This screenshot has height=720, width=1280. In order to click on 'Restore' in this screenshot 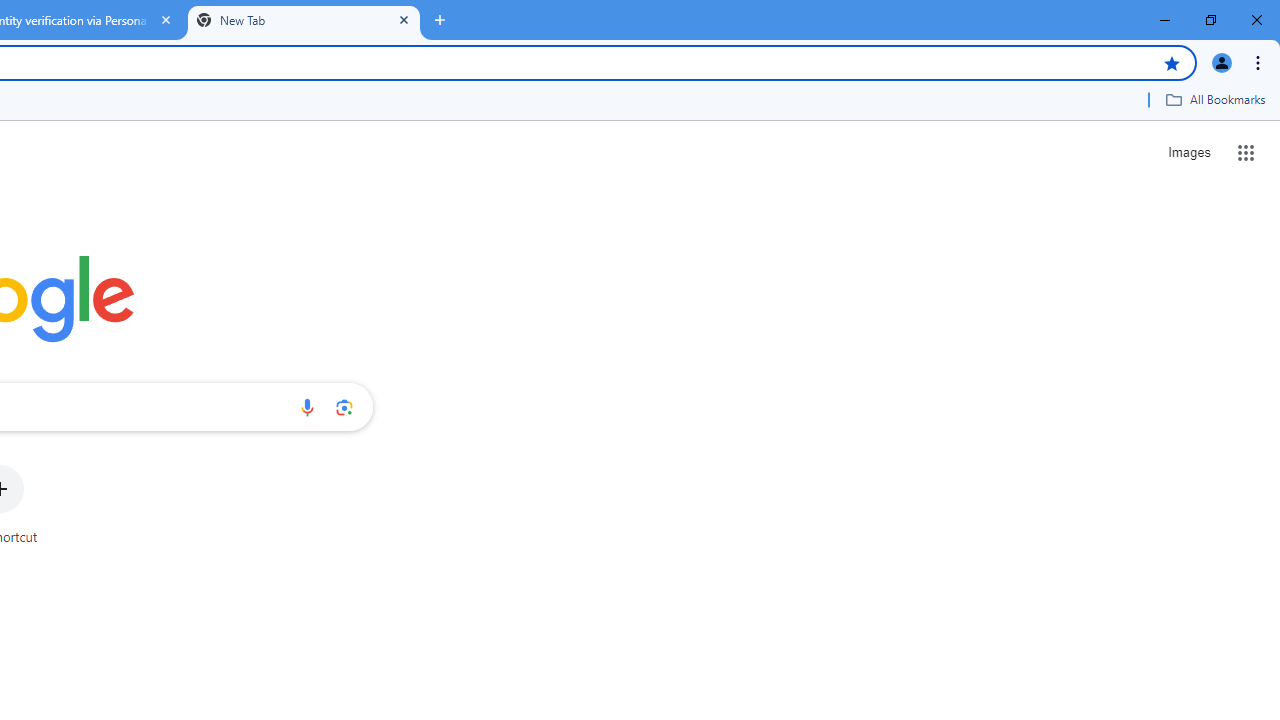, I will do `click(1209, 20)`.